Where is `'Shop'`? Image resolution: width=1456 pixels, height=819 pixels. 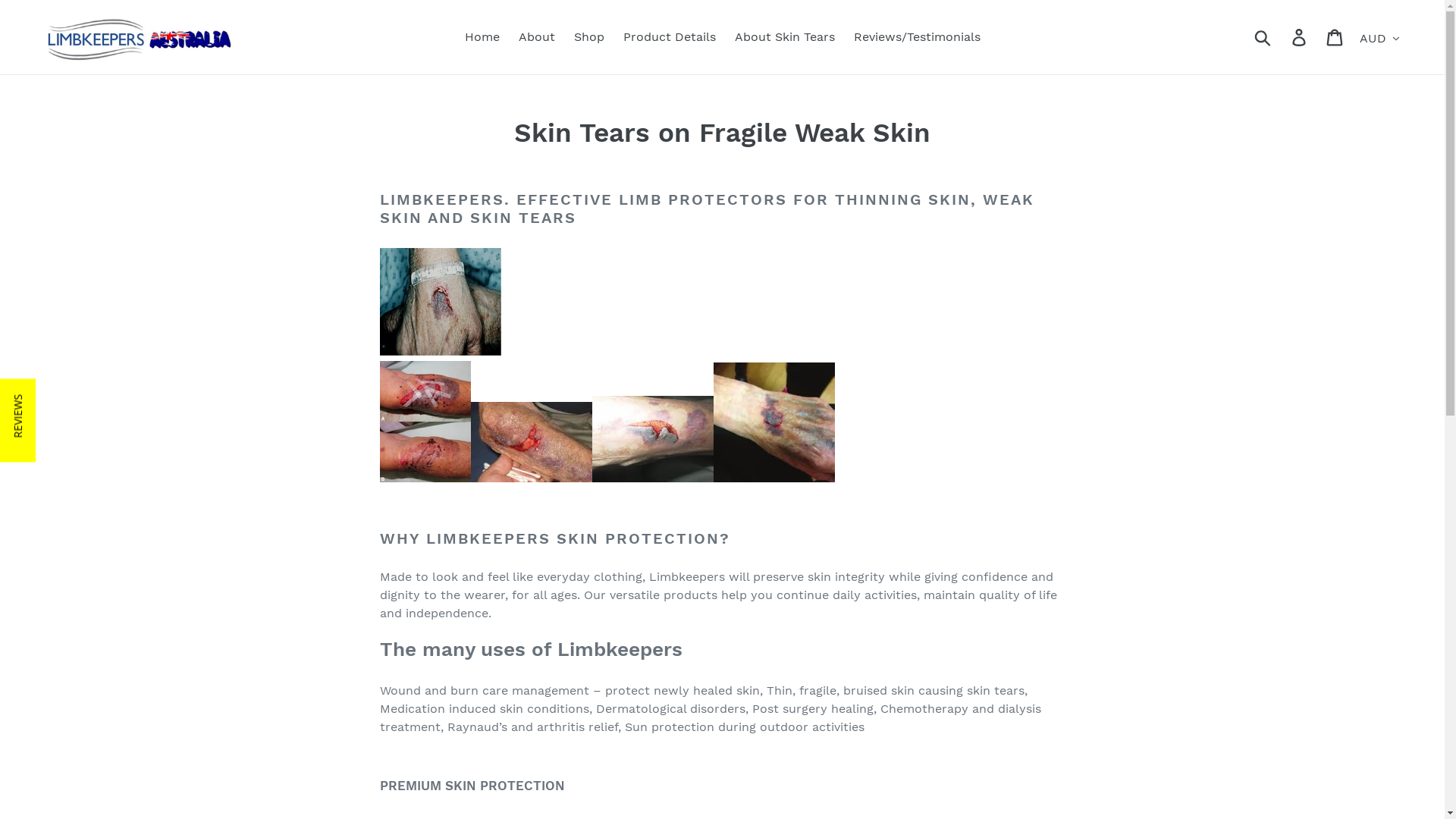
'Shop' is located at coordinates (588, 36).